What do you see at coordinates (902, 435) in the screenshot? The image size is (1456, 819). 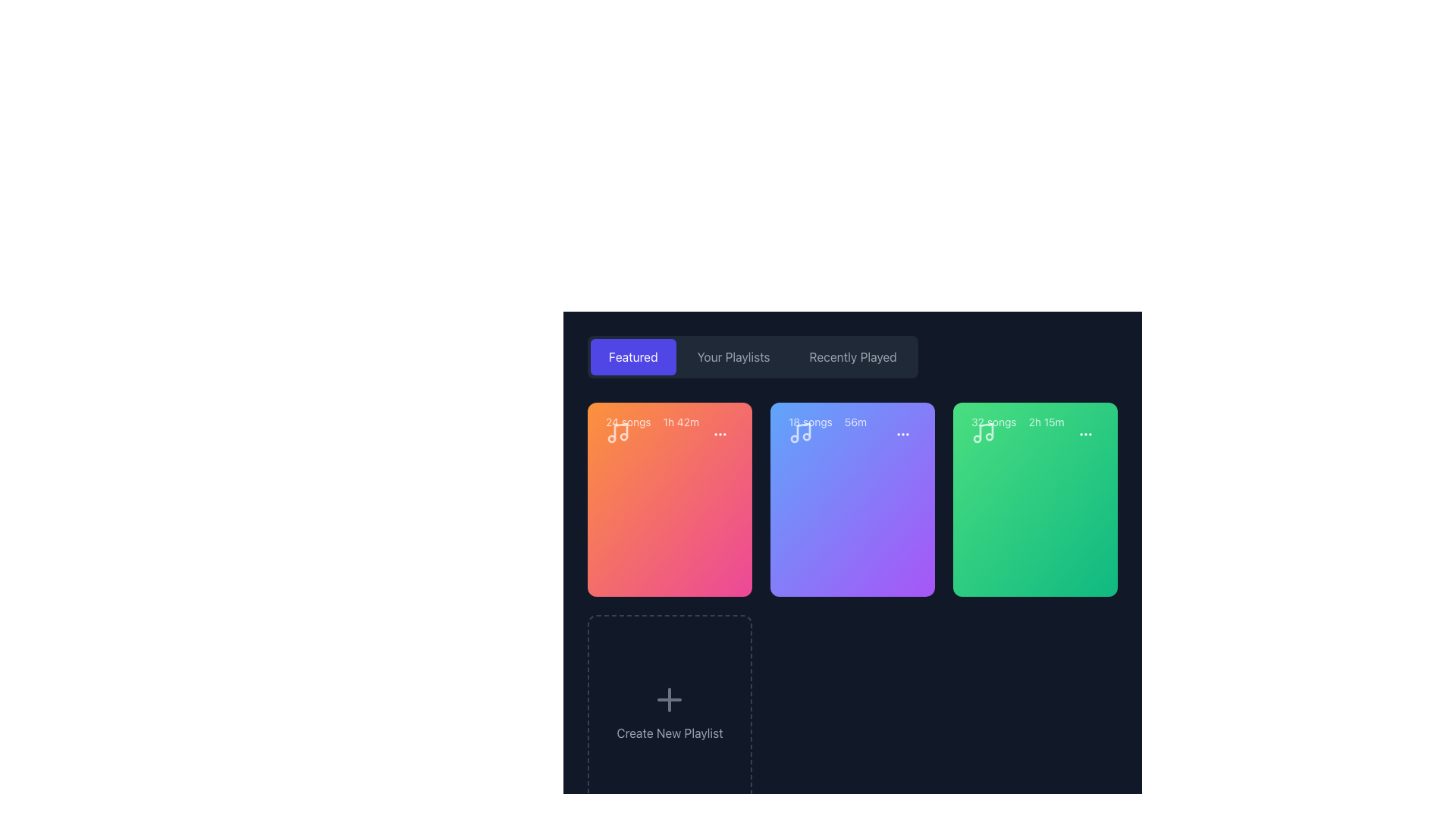 I see `the button with an ellipsis icon in the upper-right corner of the blue card` at bounding box center [902, 435].